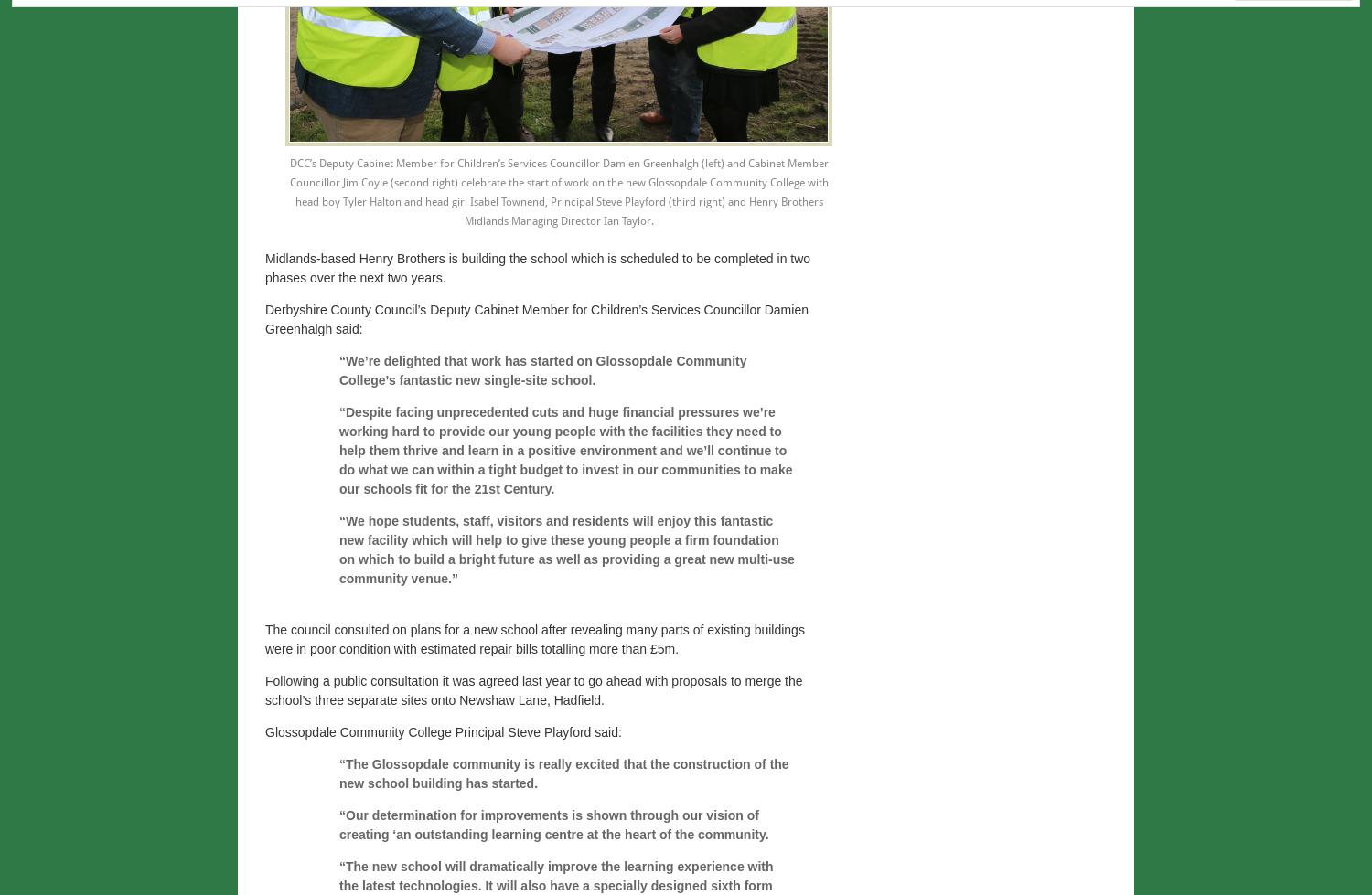 The image size is (1372, 895). I want to click on 'The council consulted on plans for a new school after revealing many parts of existing buildings were in poor condition with estimated repair bills totalling more than £5m.', so click(533, 638).